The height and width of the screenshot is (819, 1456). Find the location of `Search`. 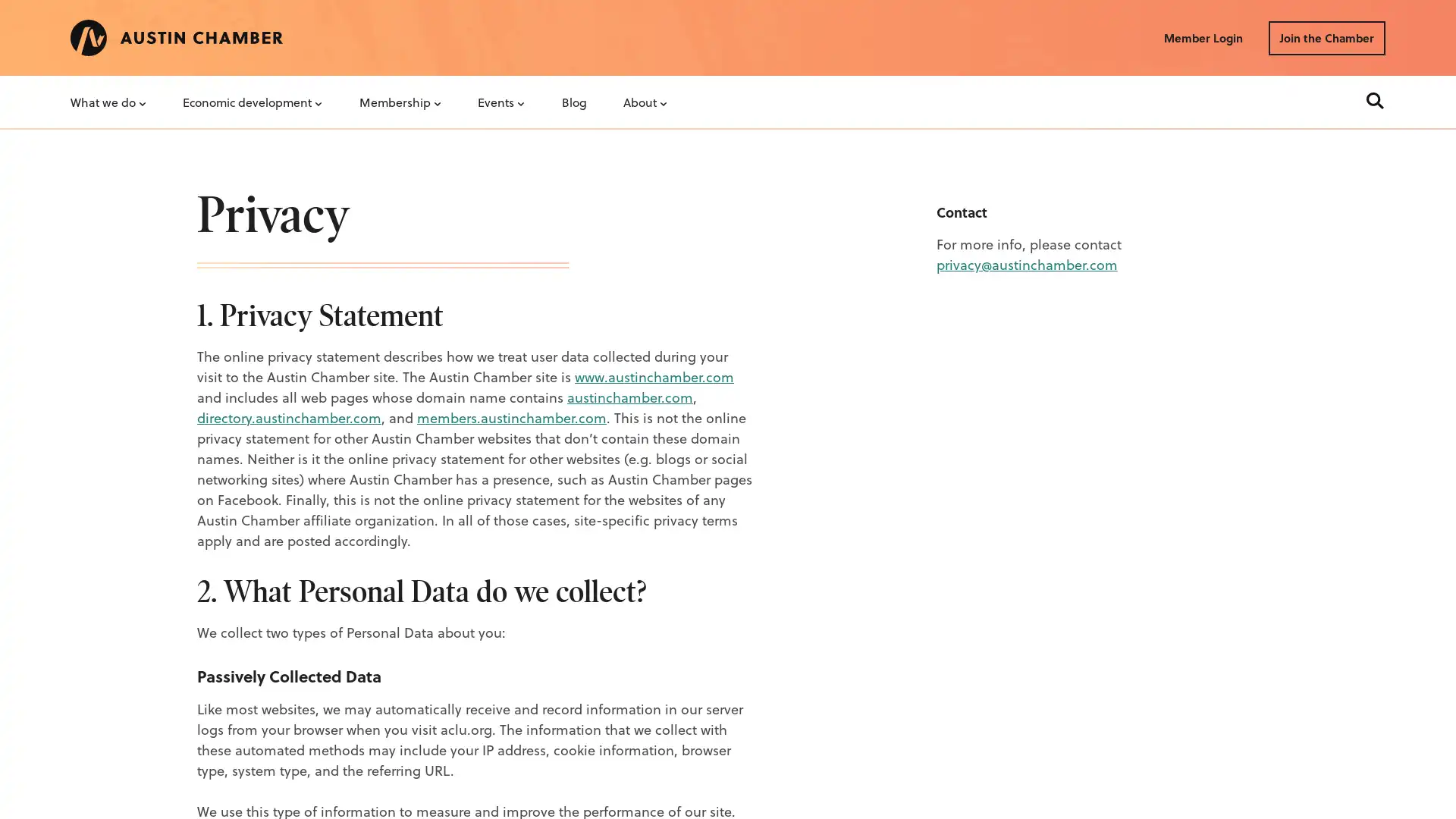

Search is located at coordinates (1375, 102).